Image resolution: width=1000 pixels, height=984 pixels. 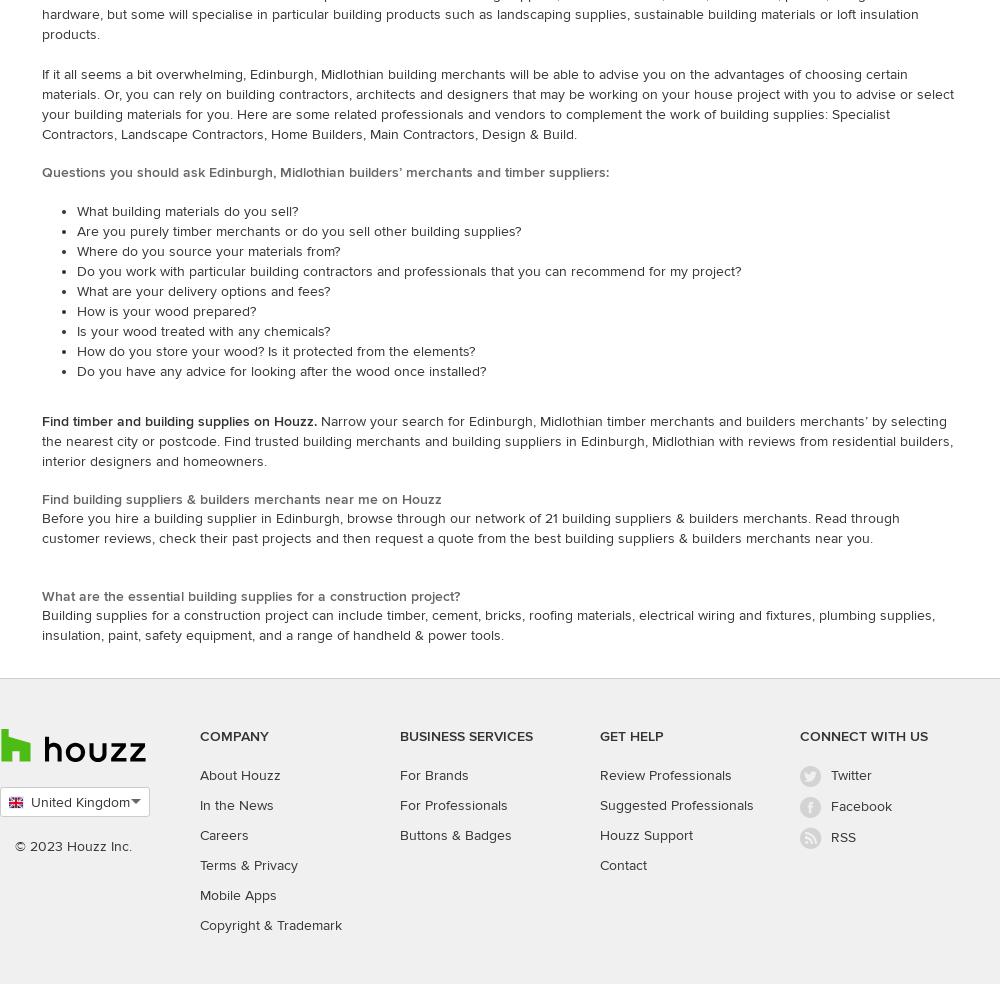 What do you see at coordinates (244, 864) in the screenshot?
I see `'&'` at bounding box center [244, 864].